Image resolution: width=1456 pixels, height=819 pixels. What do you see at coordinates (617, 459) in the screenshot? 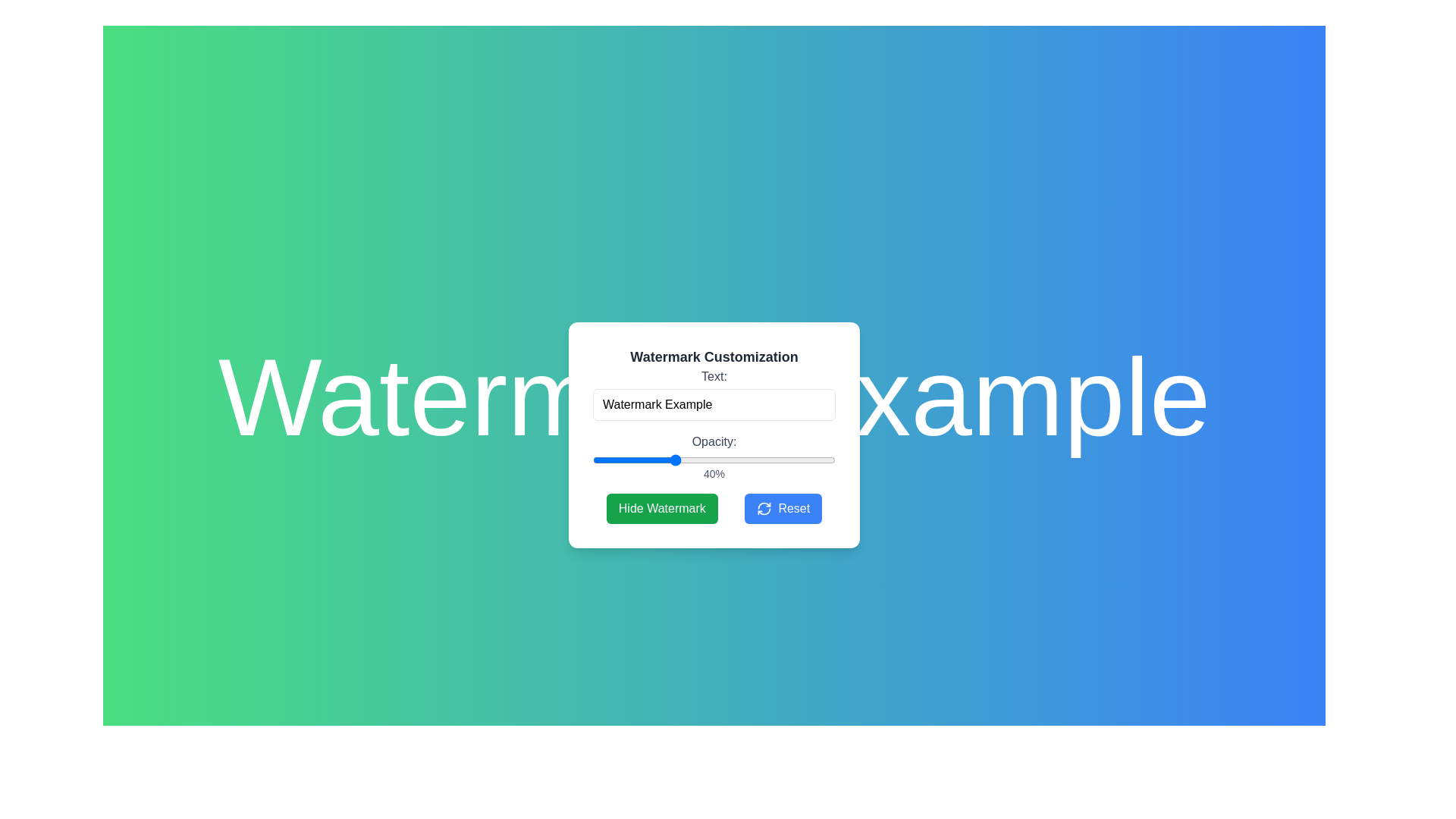
I see `opacity` at bounding box center [617, 459].